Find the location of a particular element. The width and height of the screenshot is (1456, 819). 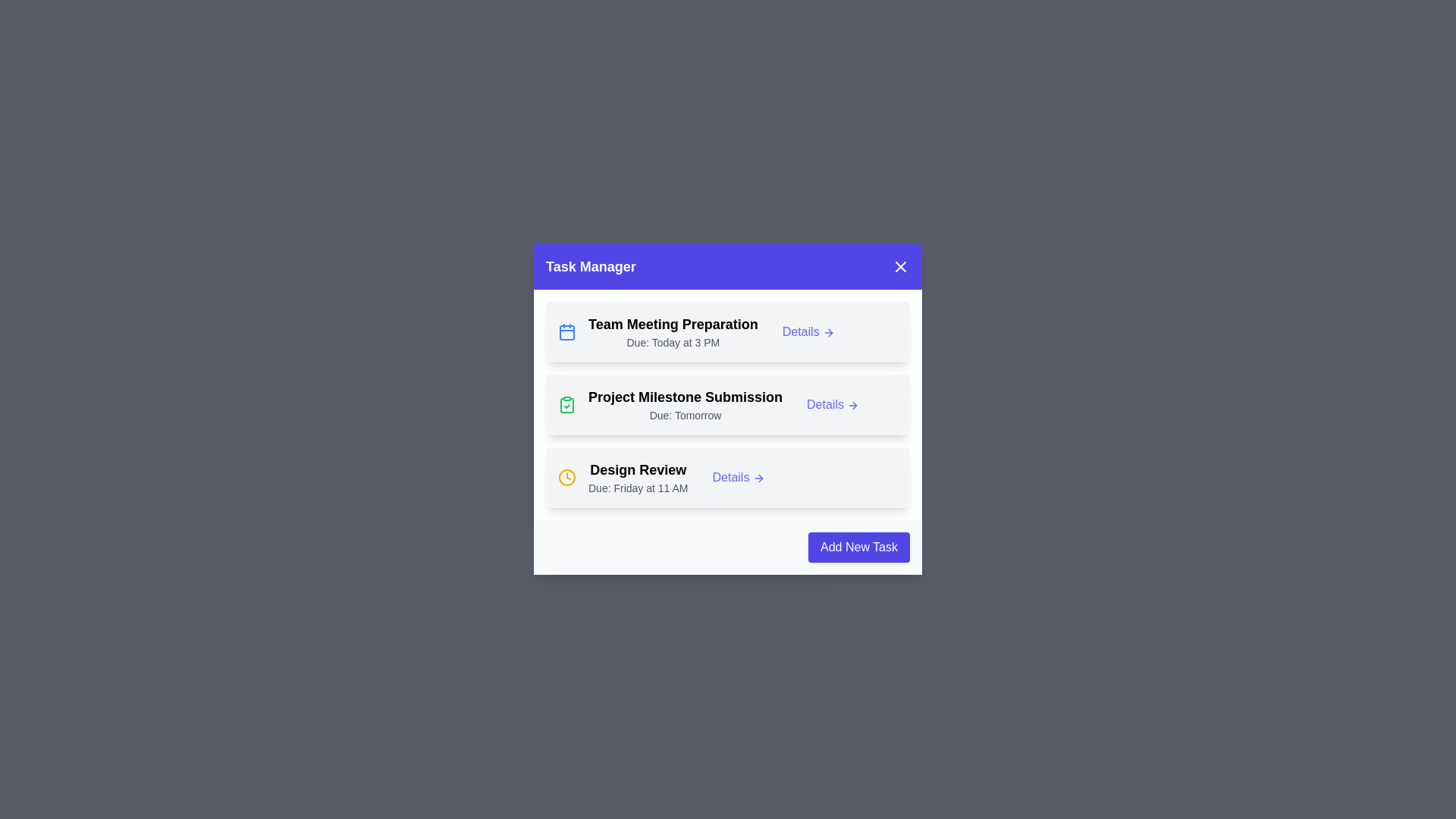

the clock icon located next to the 'Design Review' text in the middle section of the interface is located at coordinates (566, 476).